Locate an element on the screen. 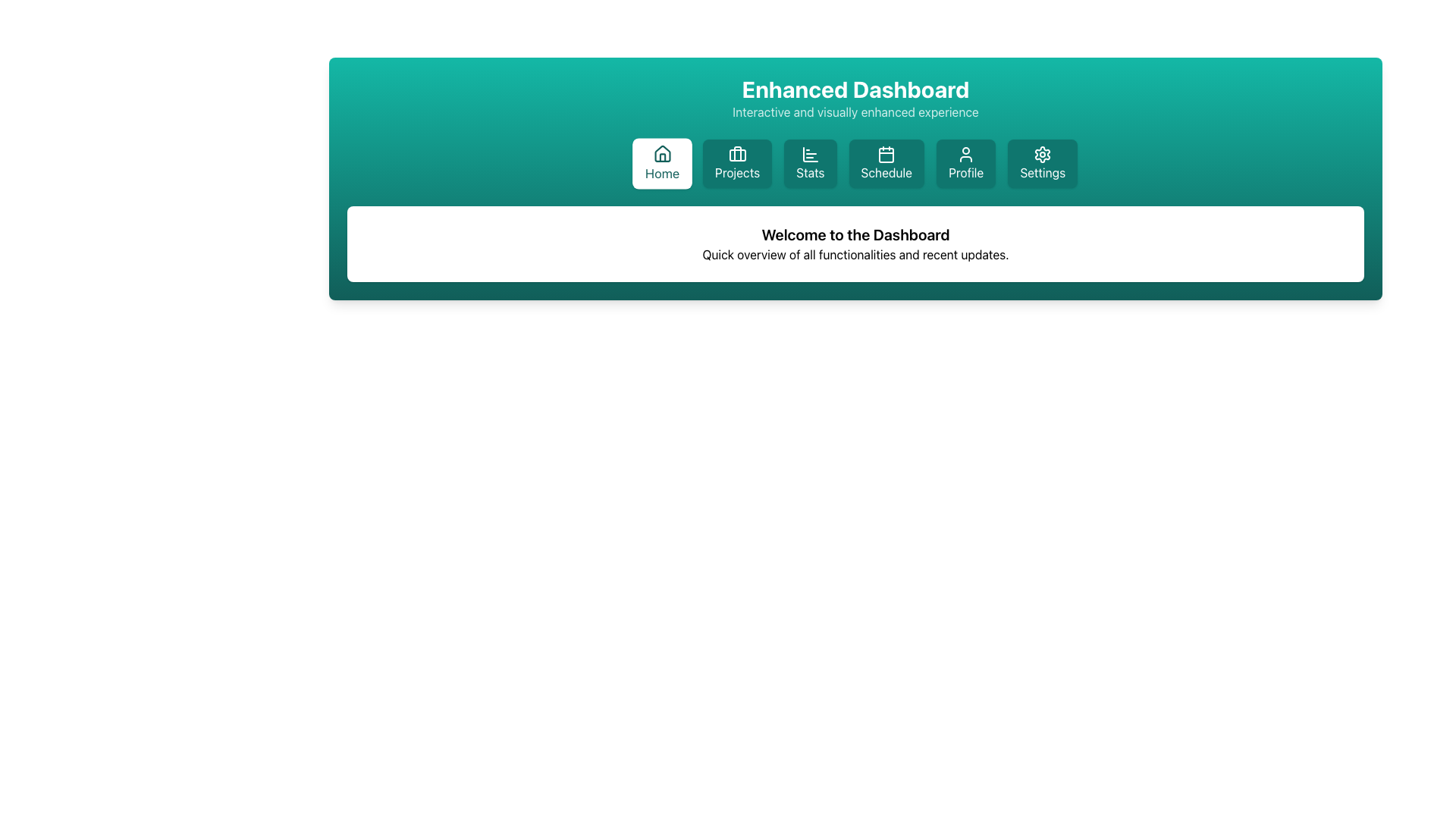 This screenshot has width=1456, height=819. the fourth navigation menu item labeled 'Schedule' located below the 'Enhanced Dashboard' header is located at coordinates (855, 164).